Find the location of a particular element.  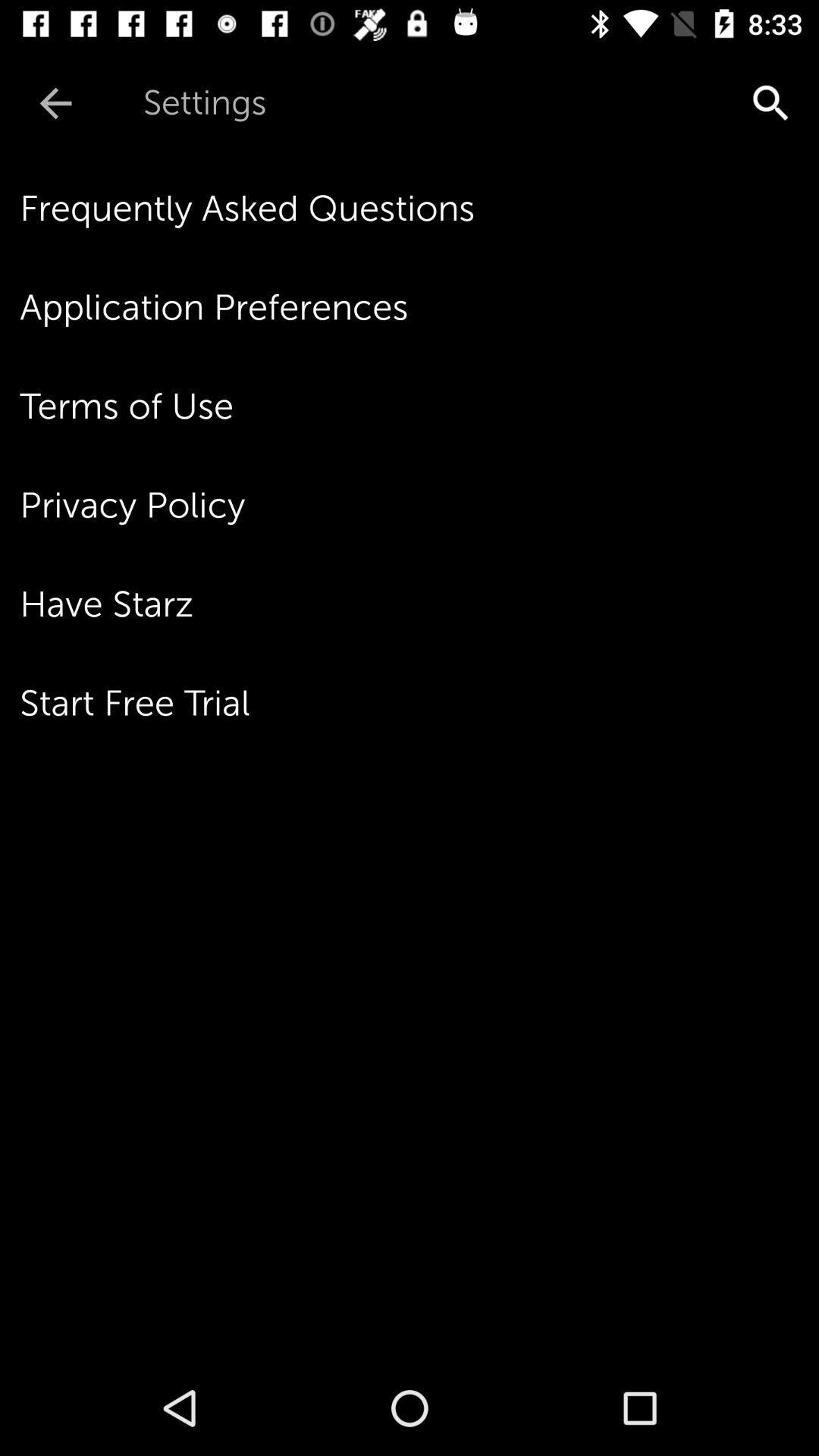

icon above the application preferences icon is located at coordinates (419, 208).